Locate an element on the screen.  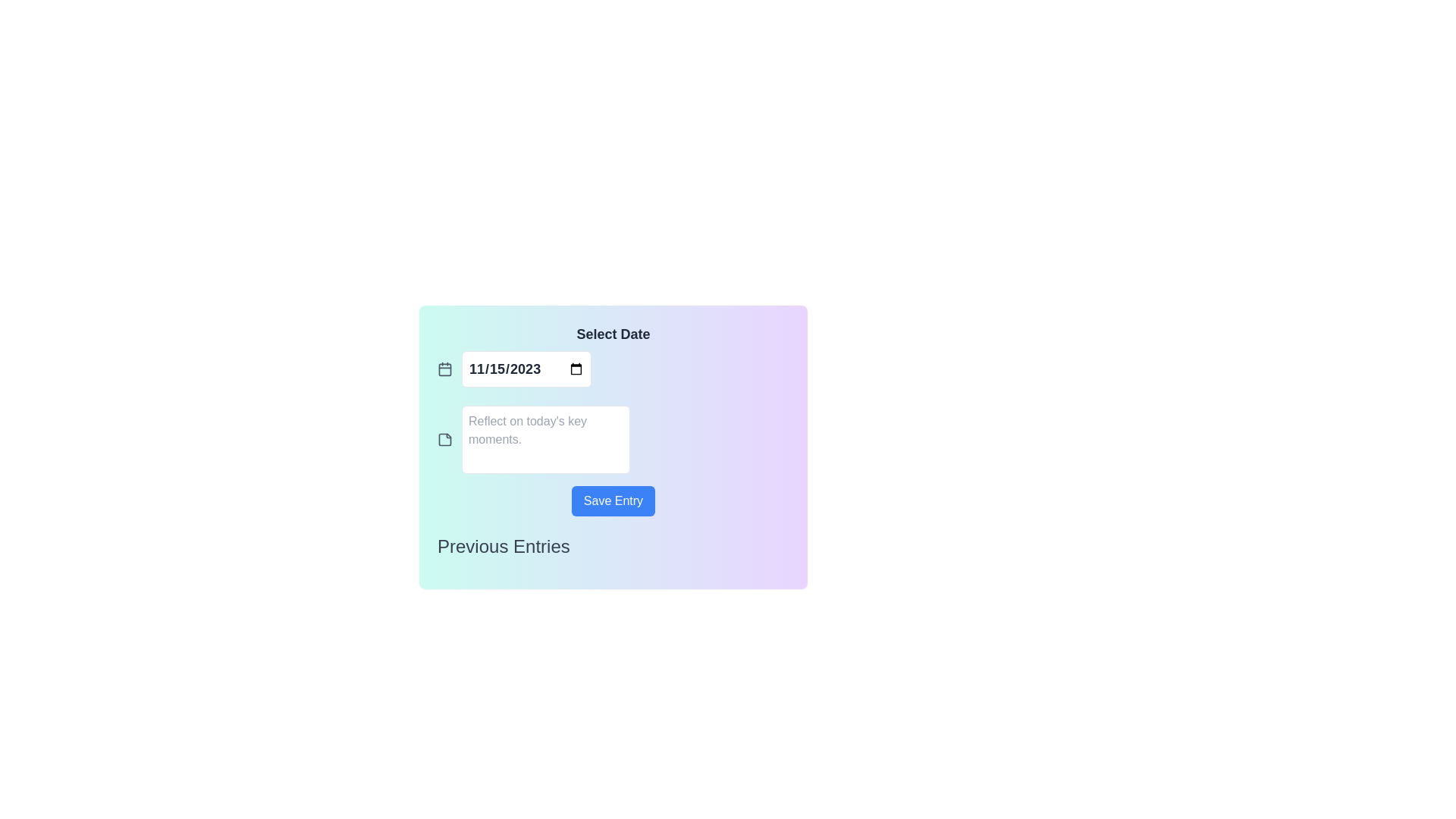
the Text Label that instructs users for the date selection input field located directly below it is located at coordinates (613, 333).